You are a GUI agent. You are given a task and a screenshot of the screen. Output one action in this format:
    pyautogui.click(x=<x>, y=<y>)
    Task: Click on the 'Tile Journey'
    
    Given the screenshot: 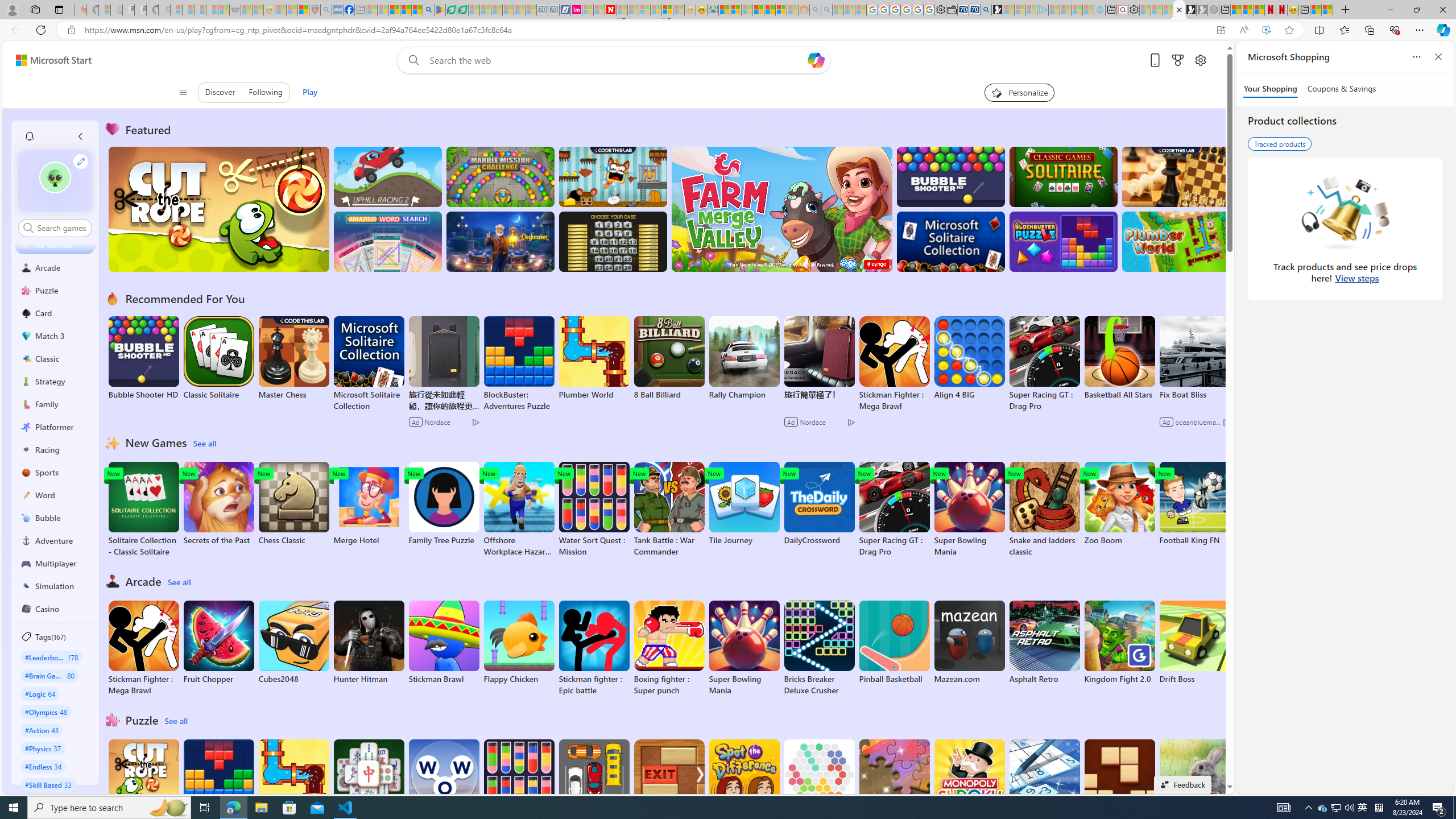 What is the action you would take?
    pyautogui.click(x=744, y=503)
    